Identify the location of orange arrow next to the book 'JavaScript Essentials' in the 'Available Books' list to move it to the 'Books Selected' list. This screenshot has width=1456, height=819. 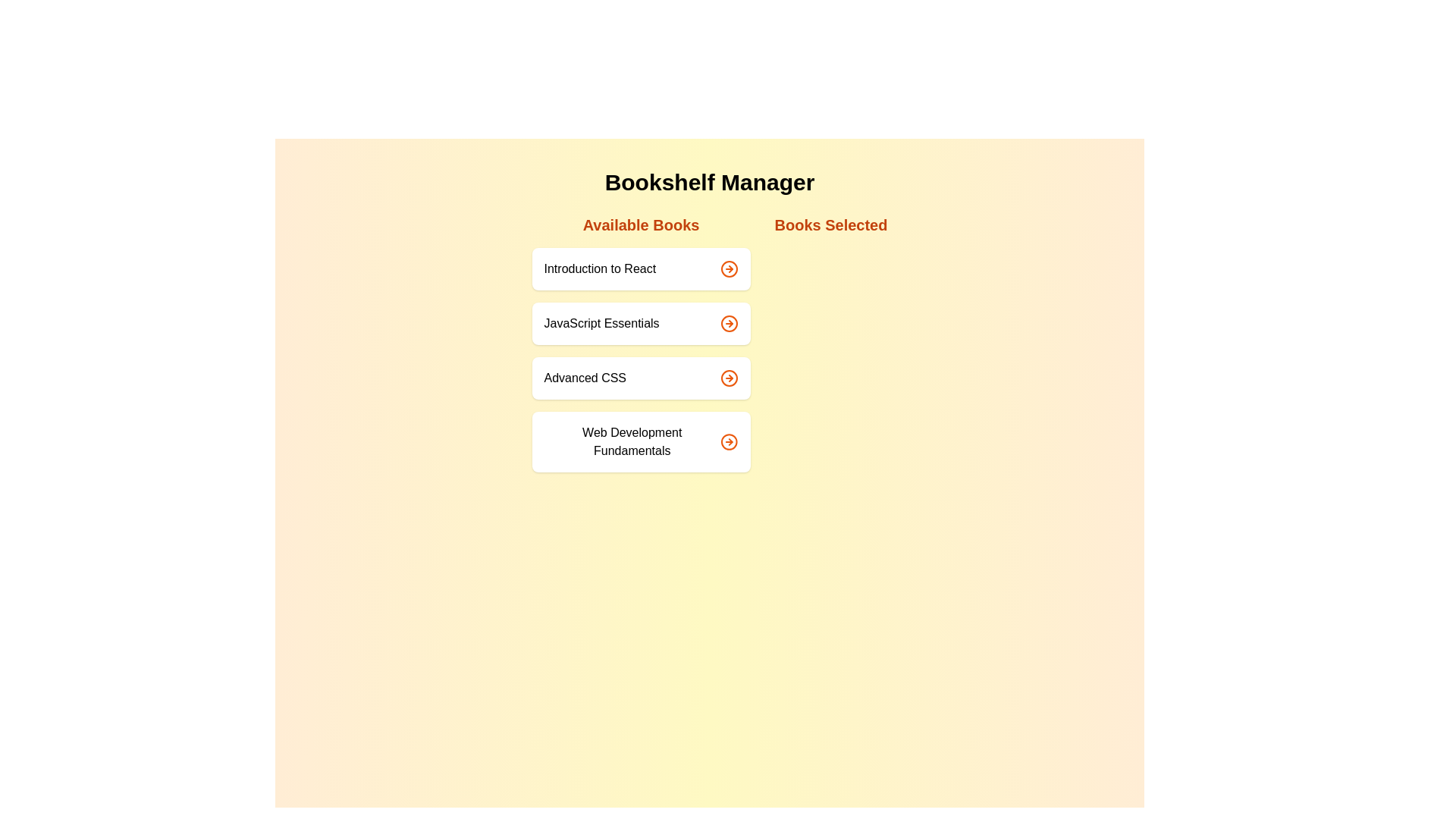
(729, 323).